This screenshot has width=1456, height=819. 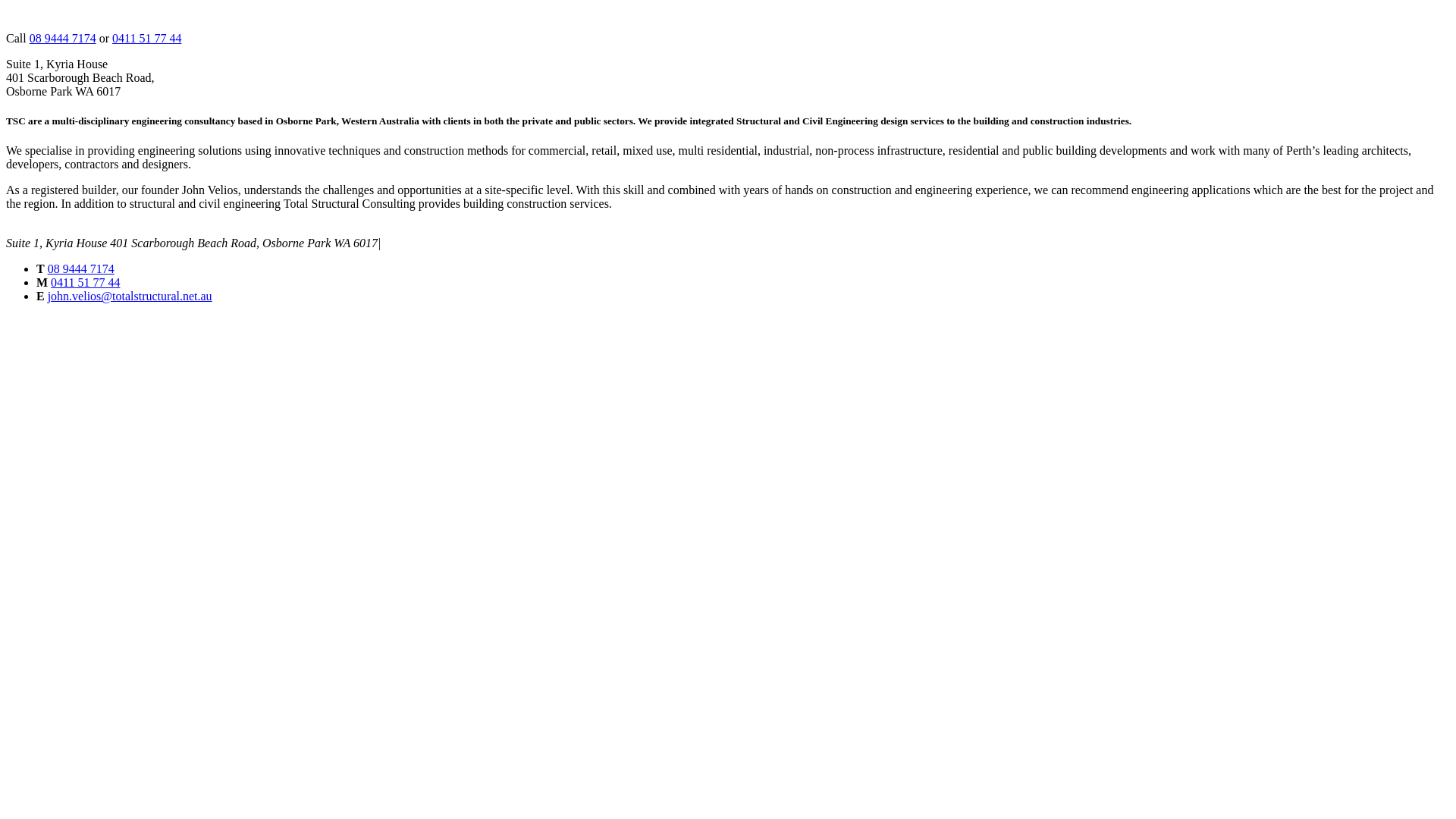 I want to click on '08 9444 7174', so click(x=47, y=268).